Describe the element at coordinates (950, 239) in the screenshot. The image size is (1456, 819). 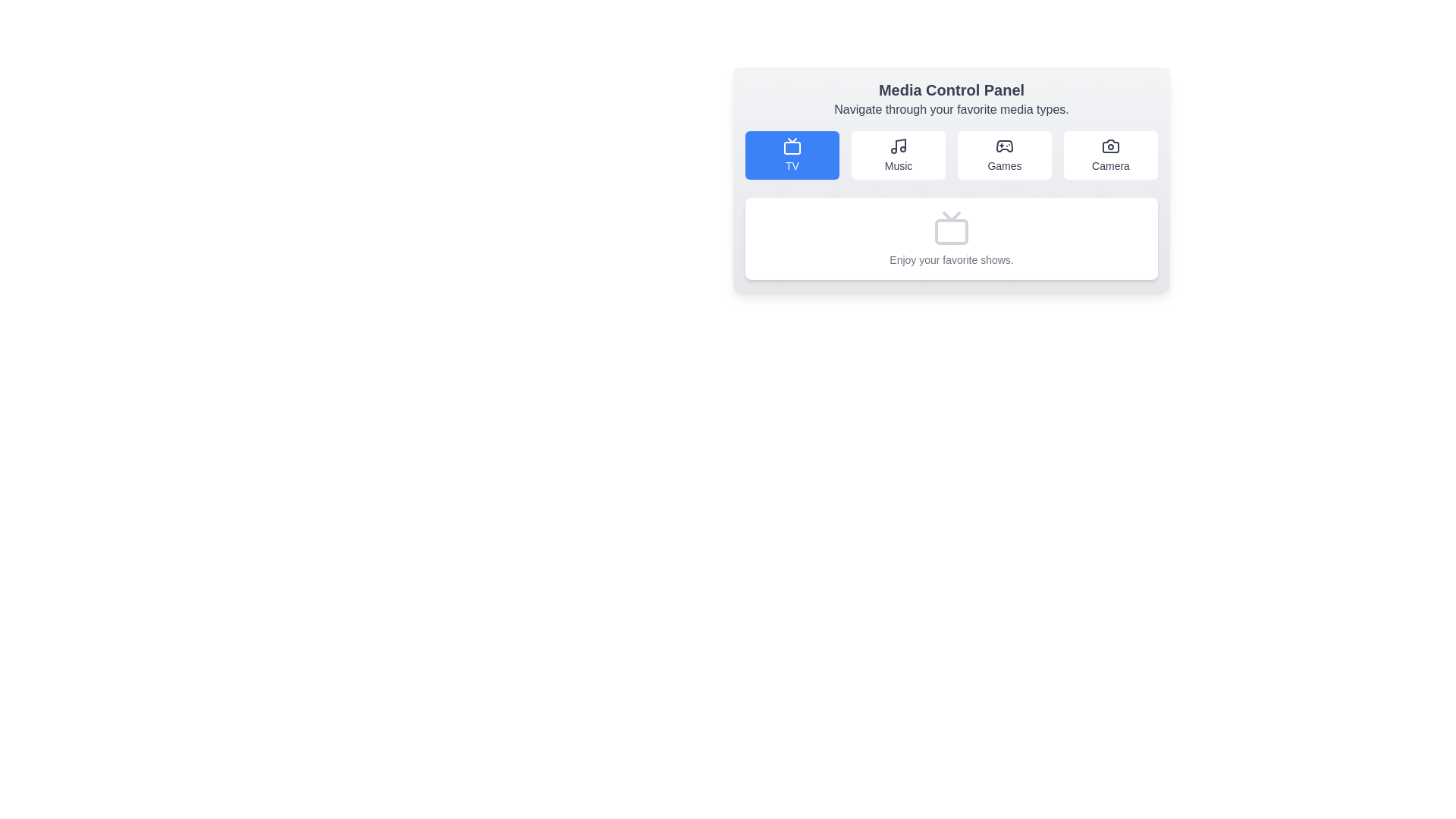
I see `the Informational Panel, which is a rectangular component with a white background, rounded corners, and a shadow effect, featuring a centered TV icon and the text 'Enjoy your favorite shows.' underneath` at that location.